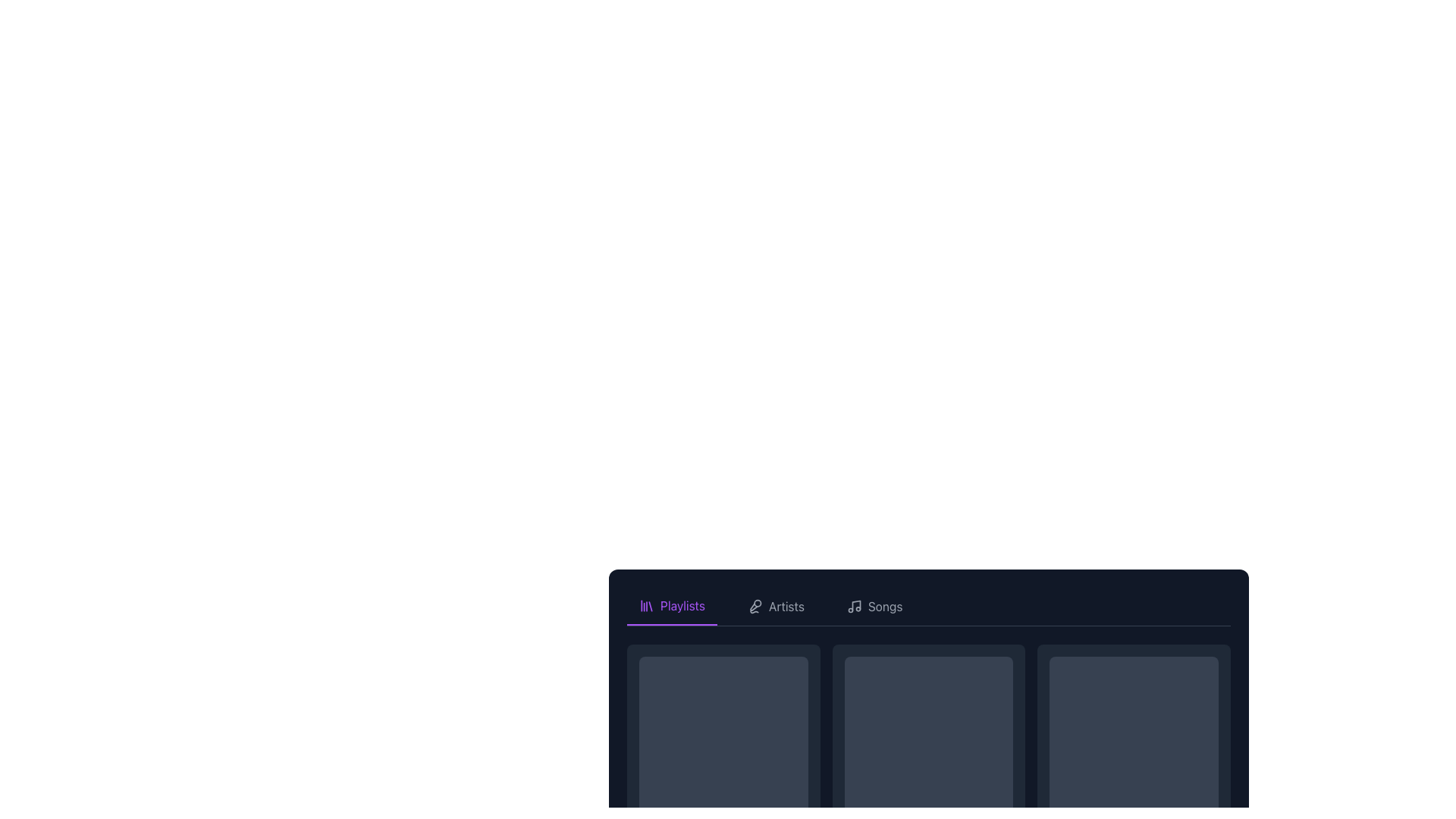 Image resolution: width=1456 pixels, height=819 pixels. What do you see at coordinates (647, 604) in the screenshot?
I see `the purple library icon located to the left of the 'Playlists' label in the menu section at the top-left corner of the interface` at bounding box center [647, 604].